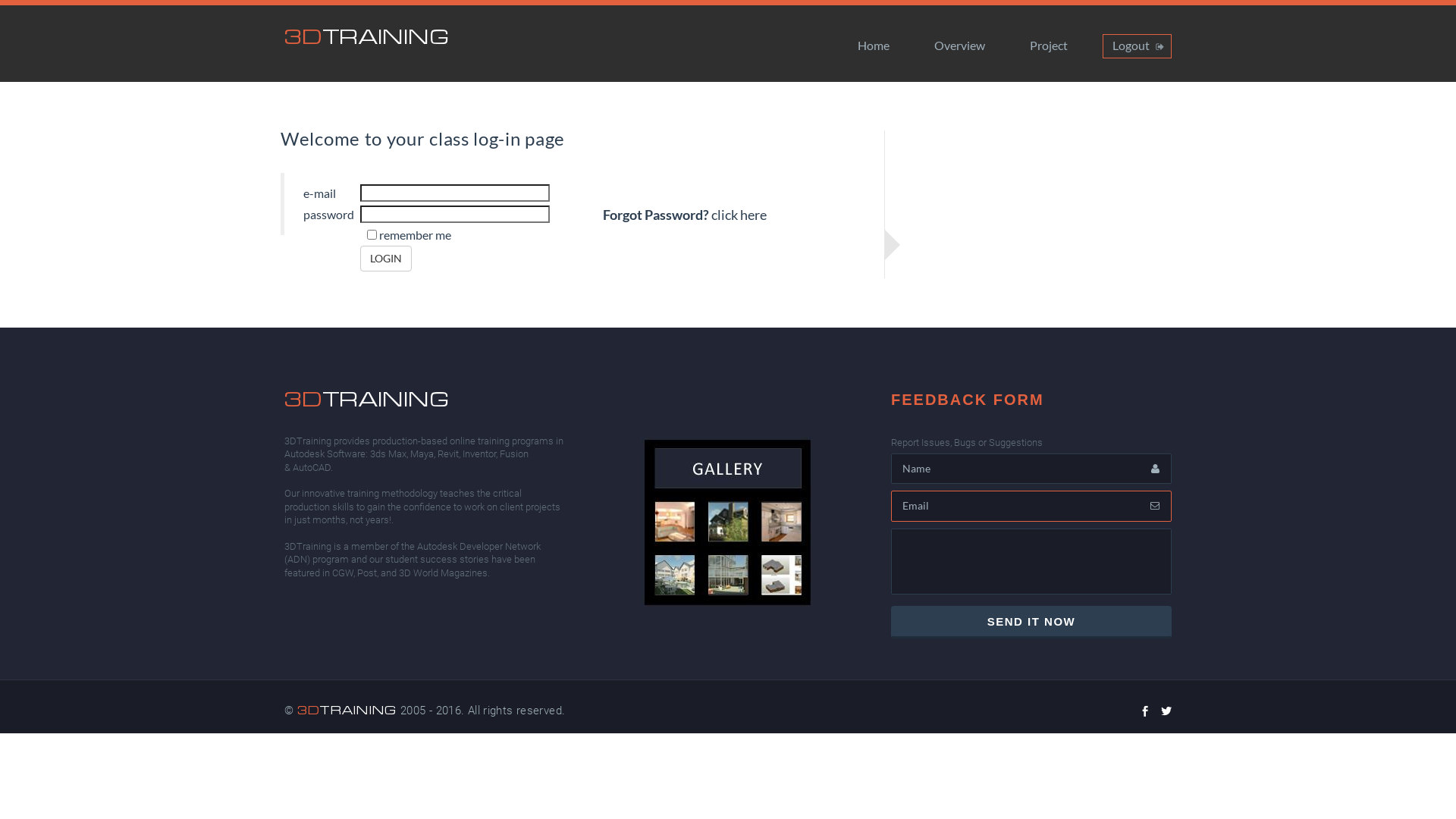 This screenshot has width=1456, height=819. Describe the element at coordinates (959, 45) in the screenshot. I see `'Overview'` at that location.